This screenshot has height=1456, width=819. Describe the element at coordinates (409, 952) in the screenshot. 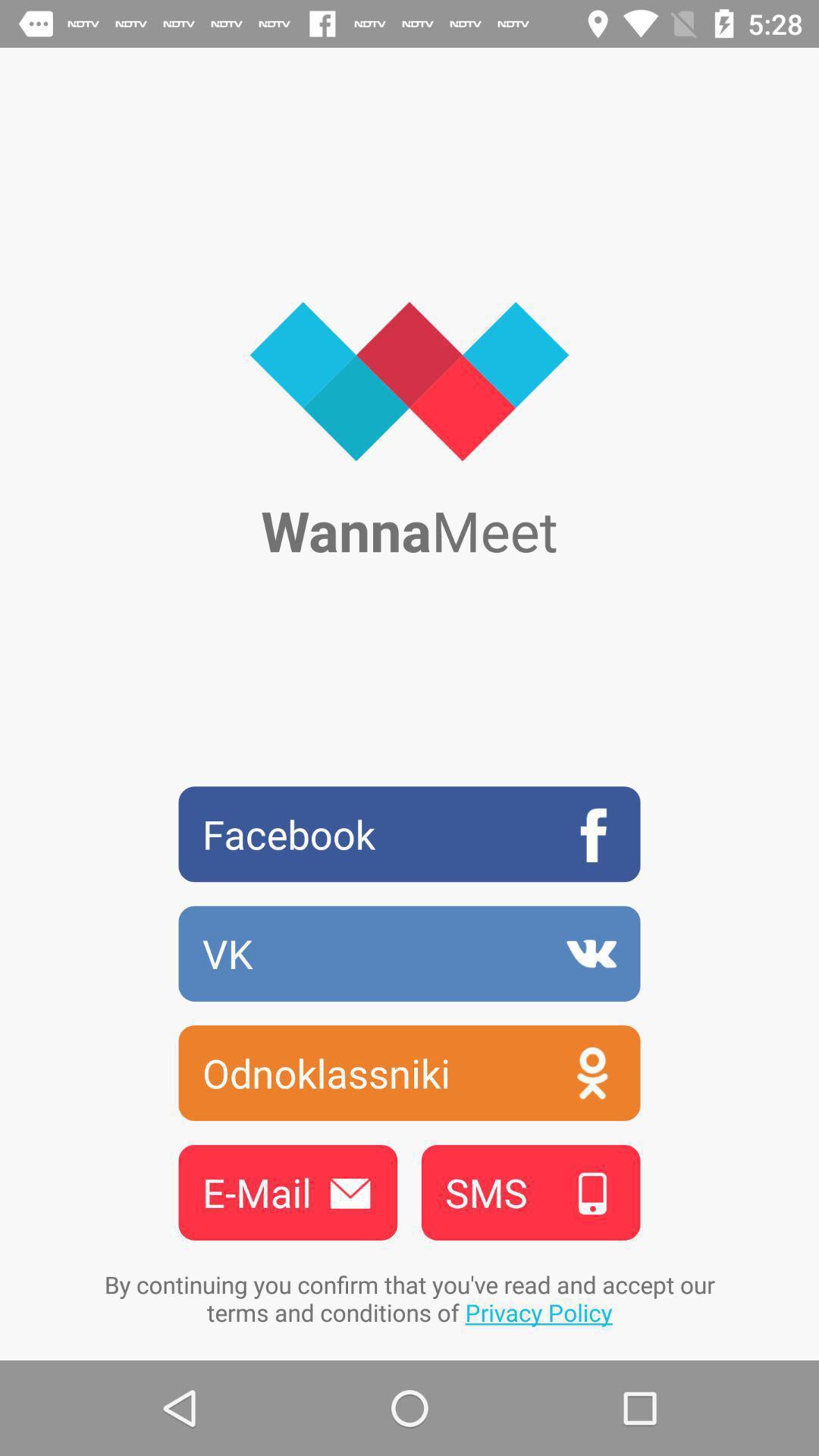

I see `vk item` at that location.